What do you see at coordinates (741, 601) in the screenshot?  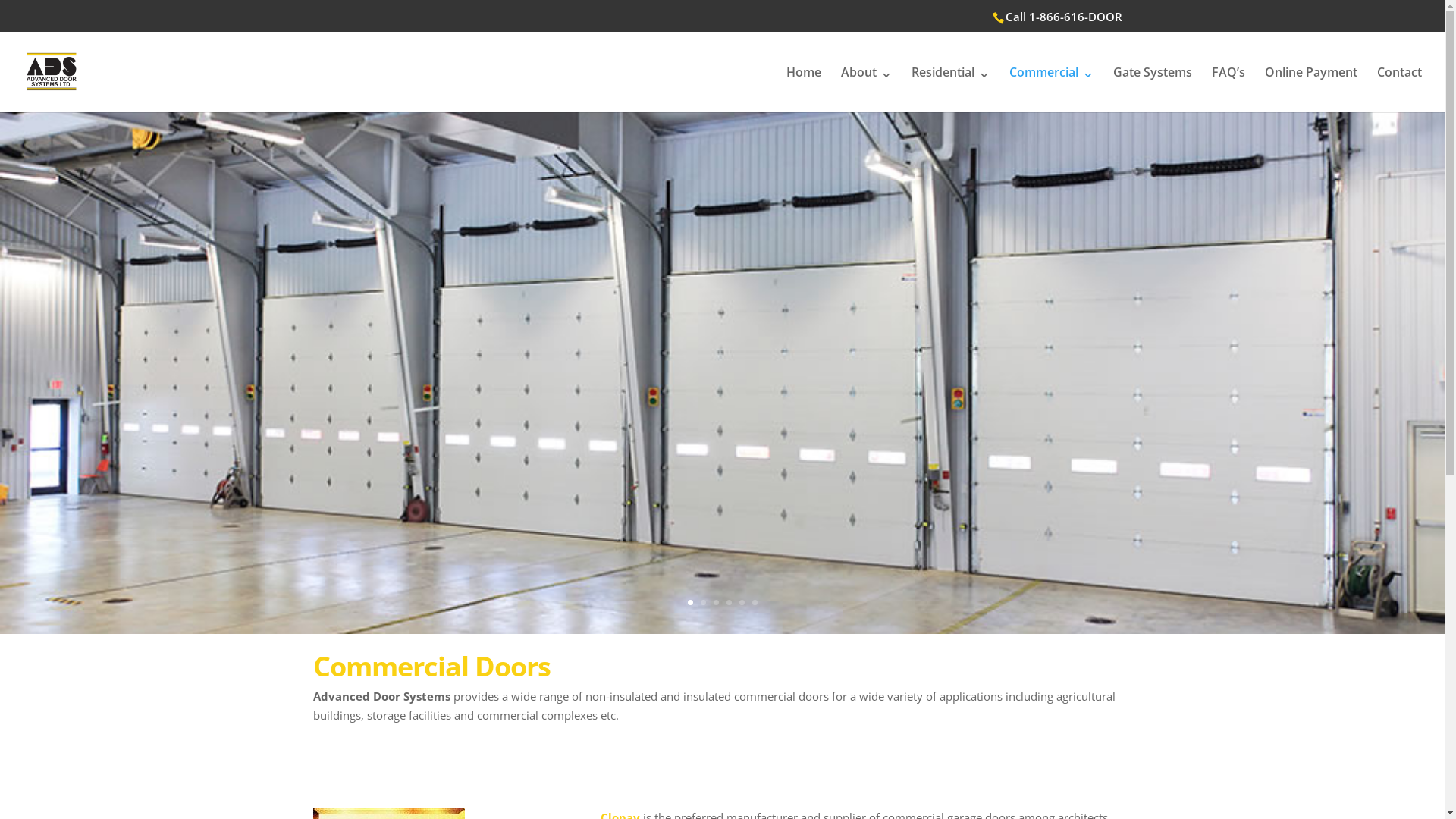 I see `'5'` at bounding box center [741, 601].